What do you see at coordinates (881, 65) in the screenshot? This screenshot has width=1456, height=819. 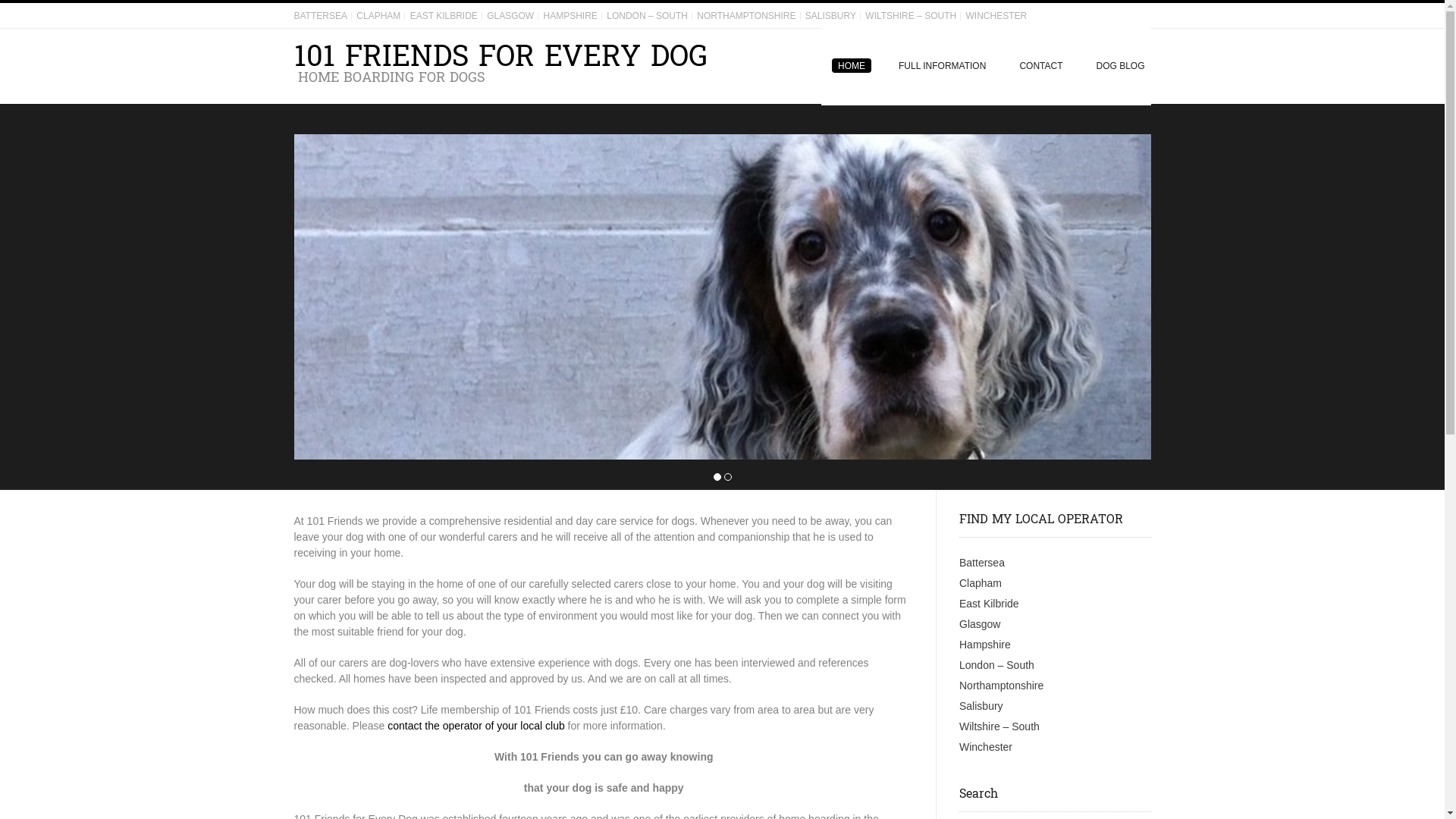 I see `'FULL INFORMATION'` at bounding box center [881, 65].